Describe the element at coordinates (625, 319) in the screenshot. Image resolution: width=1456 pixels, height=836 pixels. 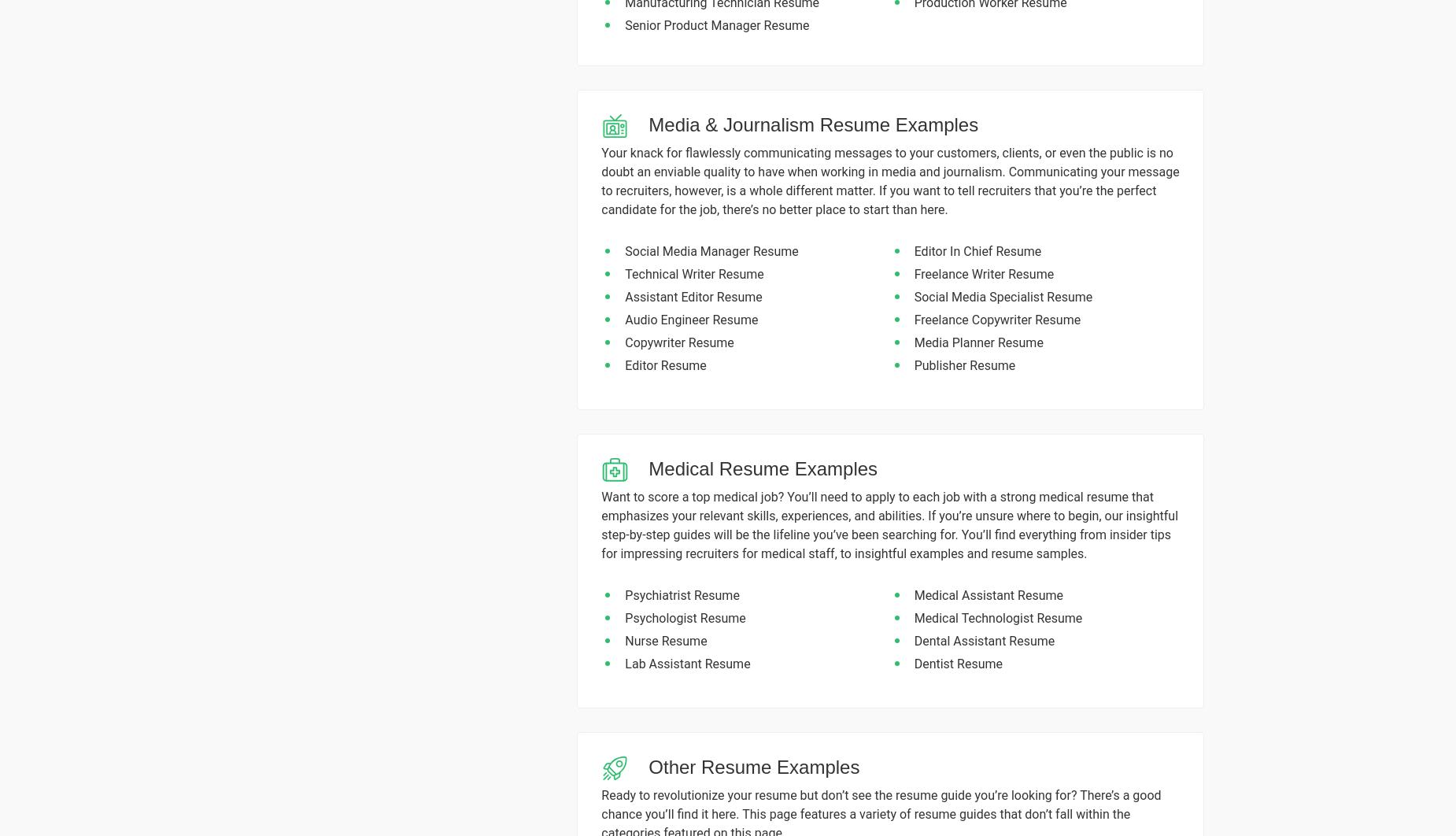
I see `'Audio Engineer Resume'` at that location.